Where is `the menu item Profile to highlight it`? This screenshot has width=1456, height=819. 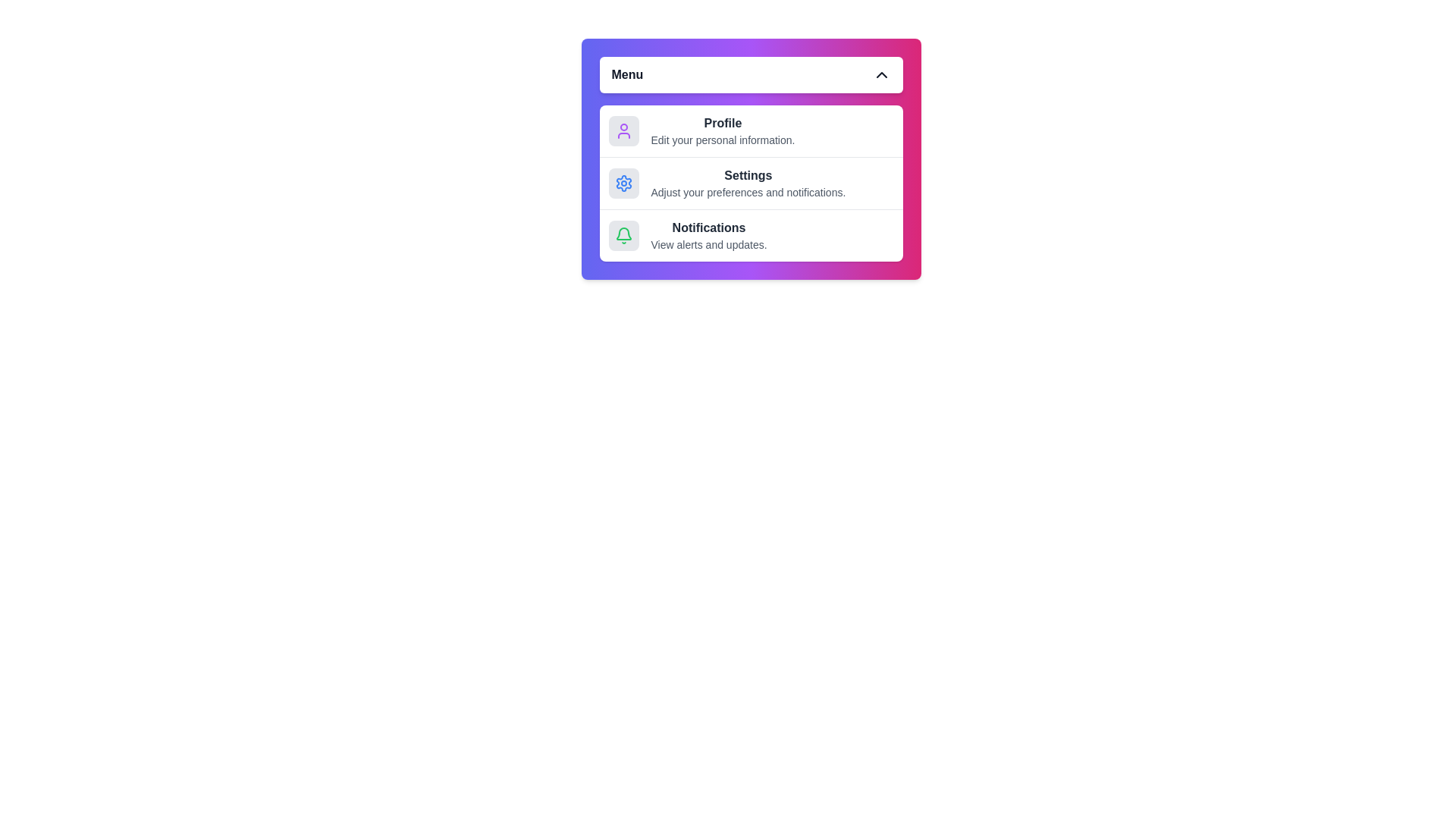 the menu item Profile to highlight it is located at coordinates (751, 130).